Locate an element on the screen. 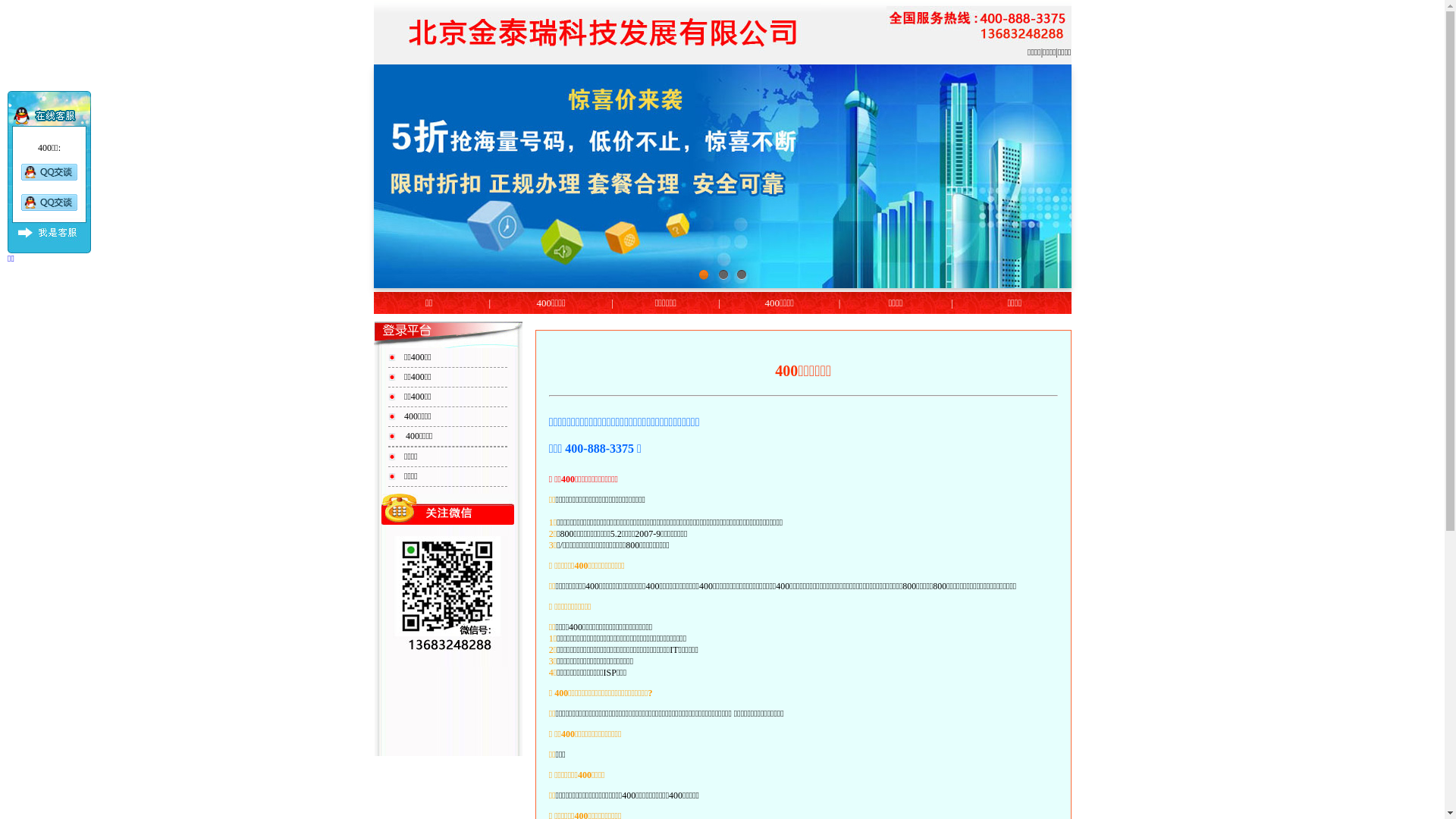 Image resolution: width=1456 pixels, height=819 pixels. '3' is located at coordinates (735, 275).